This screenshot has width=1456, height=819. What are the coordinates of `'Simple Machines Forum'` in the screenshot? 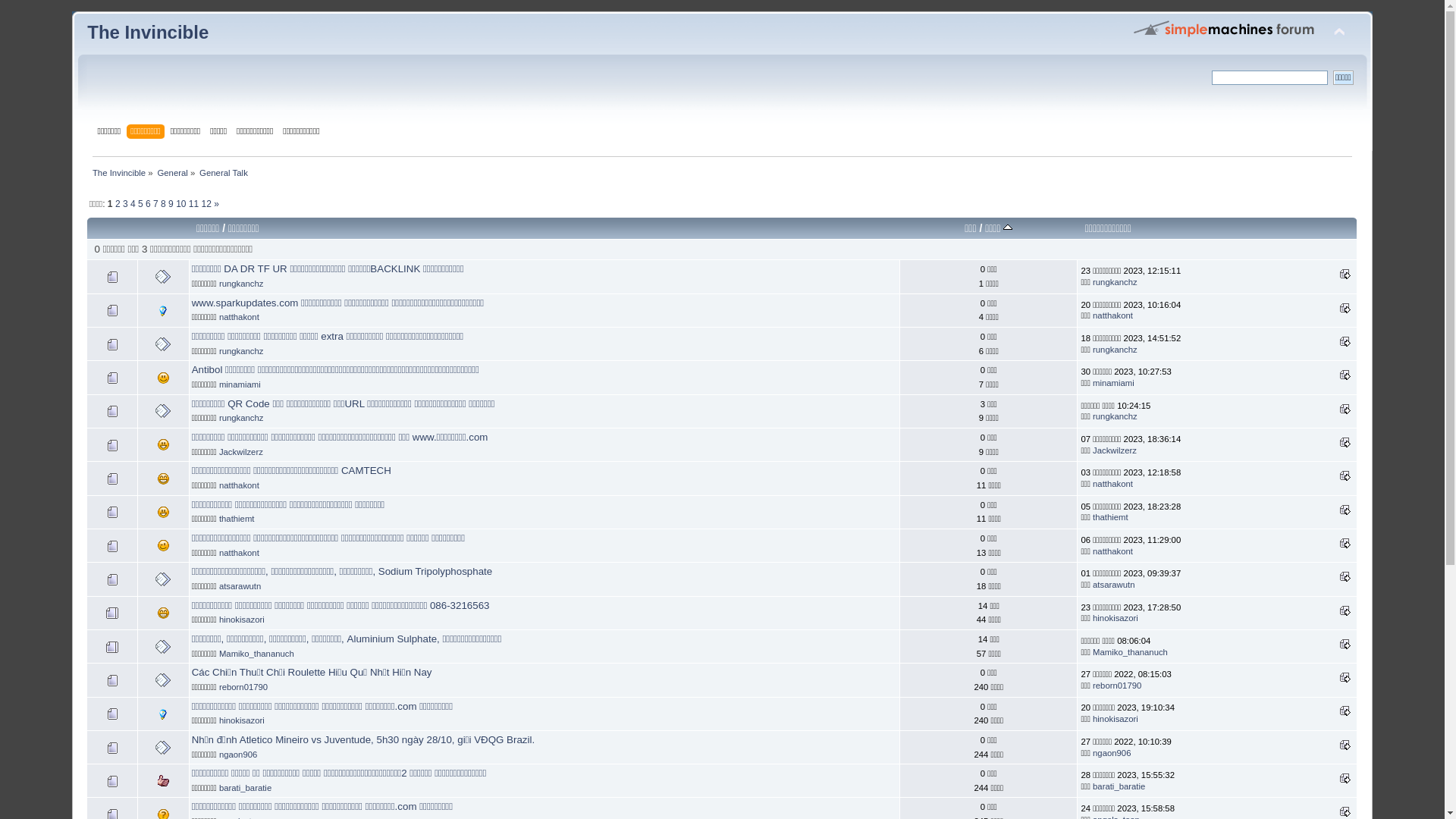 It's located at (1224, 28).